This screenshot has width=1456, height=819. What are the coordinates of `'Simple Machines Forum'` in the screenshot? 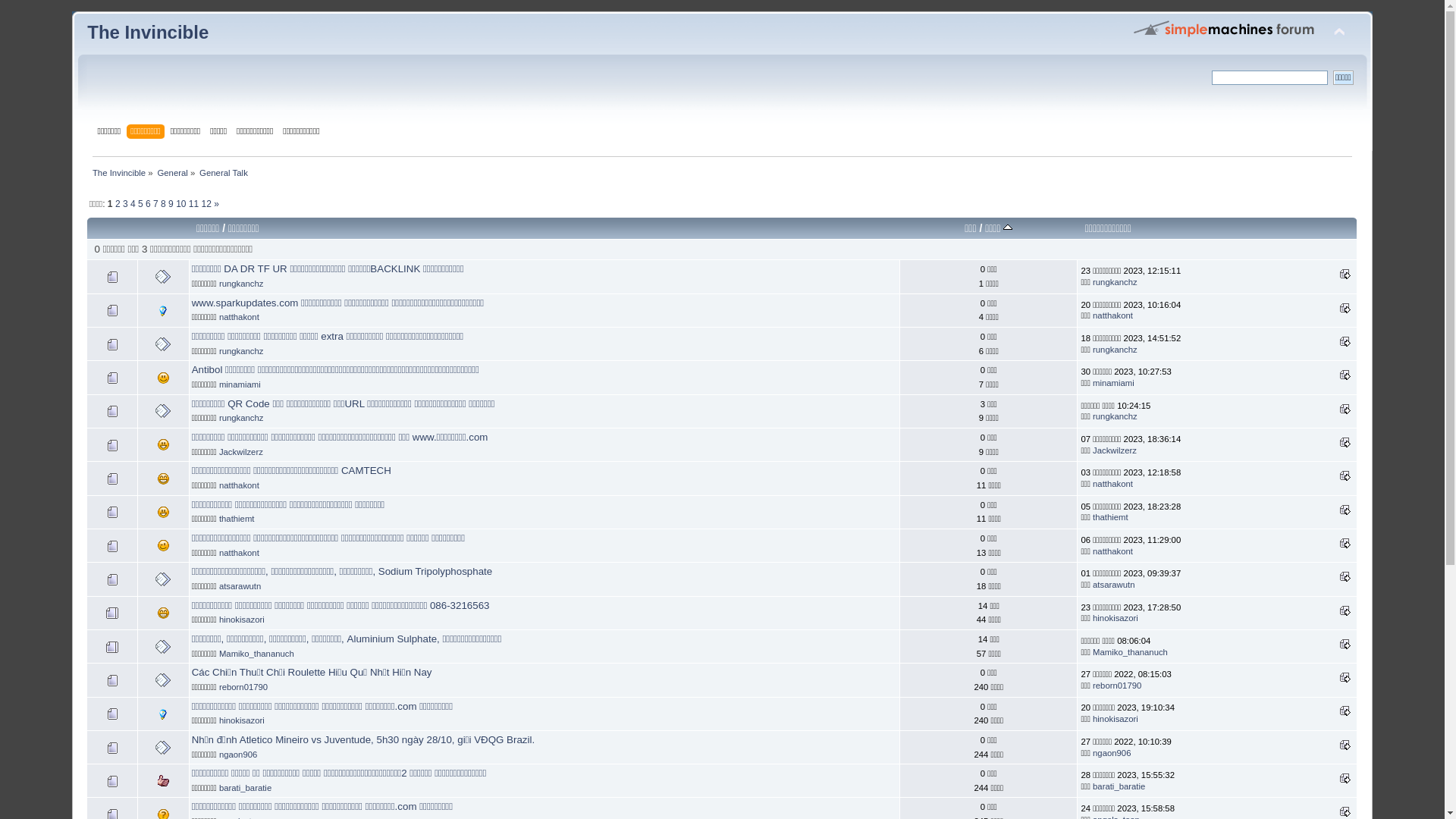 It's located at (1224, 28).